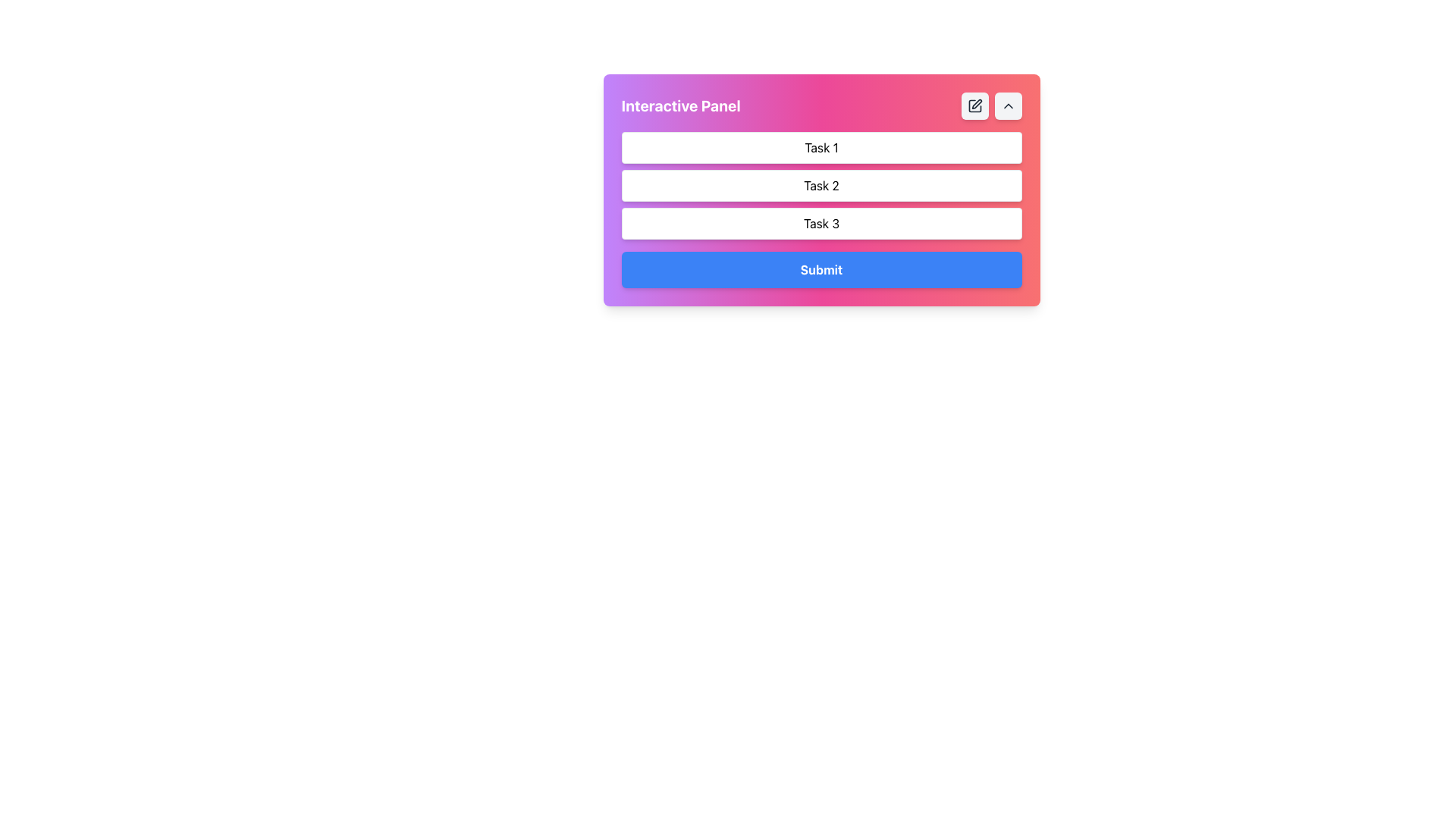 The image size is (1456, 819). I want to click on the left icon of the Group of Icon Buttons located in the top-right corner of the Interactive Panel, so click(991, 105).